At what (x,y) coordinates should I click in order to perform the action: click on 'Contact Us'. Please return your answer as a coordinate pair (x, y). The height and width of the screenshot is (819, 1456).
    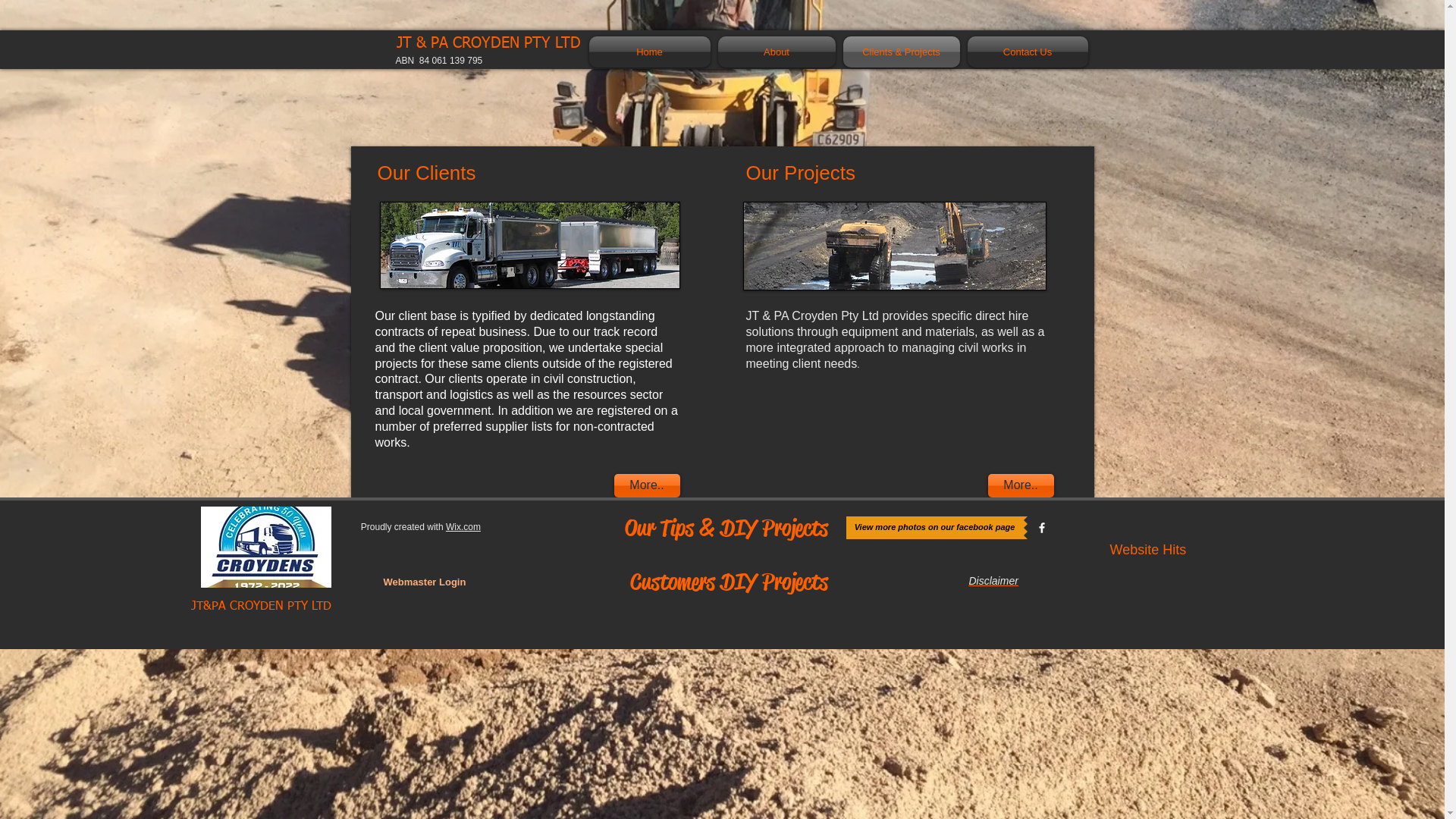
    Looking at the image, I should click on (1025, 51).